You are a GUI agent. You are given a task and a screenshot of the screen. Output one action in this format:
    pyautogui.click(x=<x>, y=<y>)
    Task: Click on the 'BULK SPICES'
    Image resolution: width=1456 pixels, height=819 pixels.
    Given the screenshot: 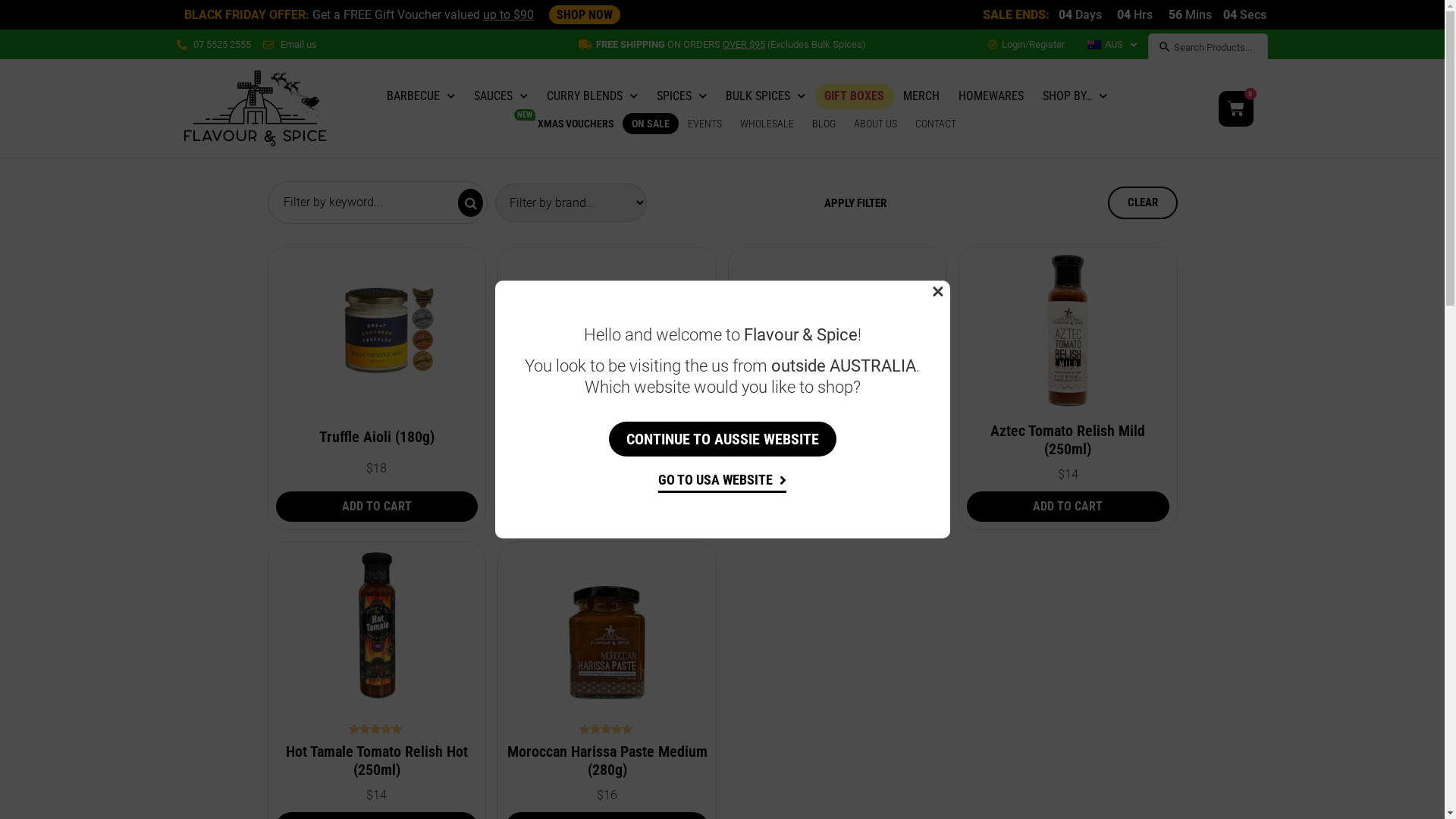 What is the action you would take?
    pyautogui.click(x=765, y=96)
    